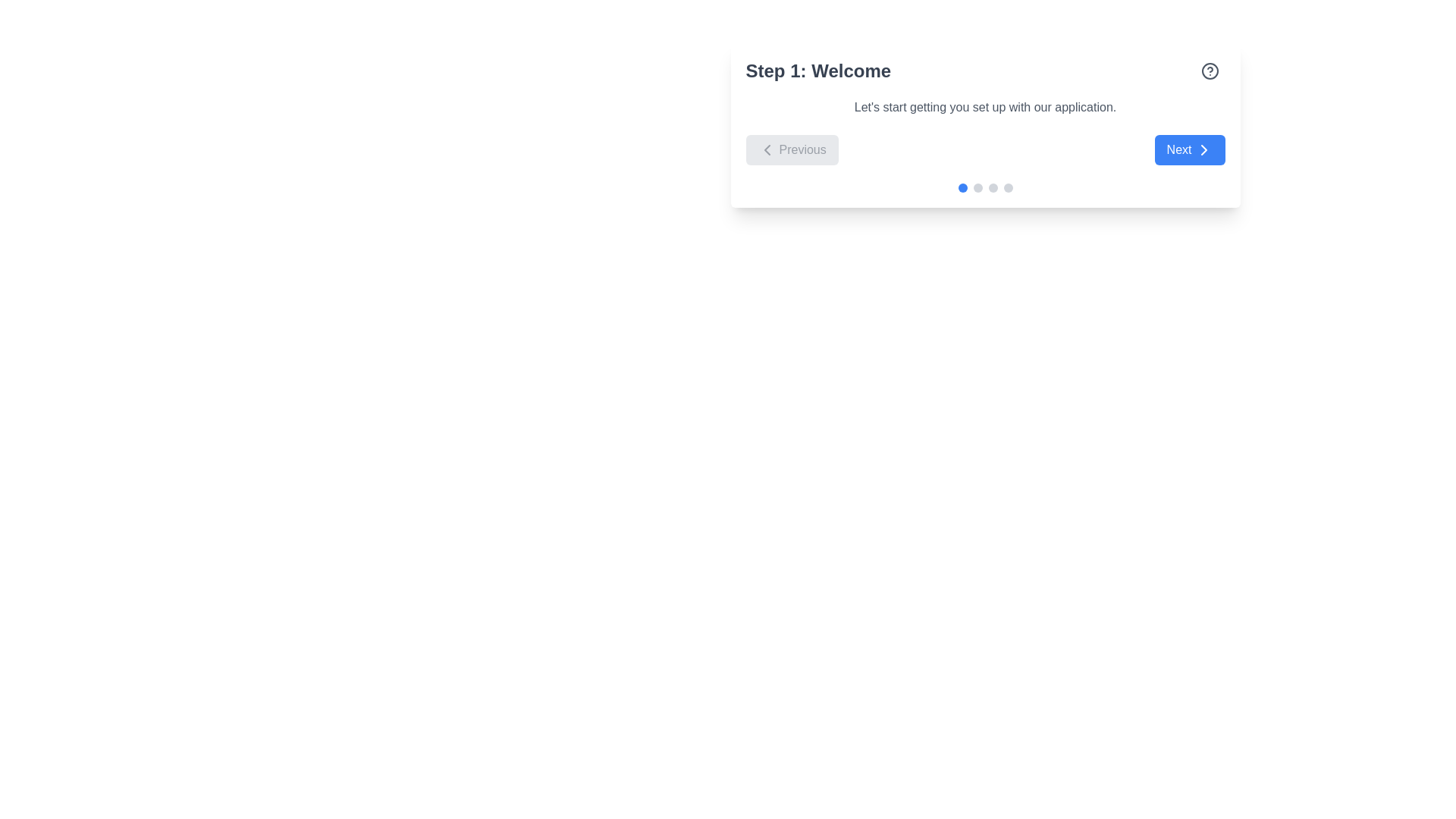  Describe the element at coordinates (993, 187) in the screenshot. I see `the visual state of the third indicator dot in a navigation tracker, which is currently unselected or inactive` at that location.